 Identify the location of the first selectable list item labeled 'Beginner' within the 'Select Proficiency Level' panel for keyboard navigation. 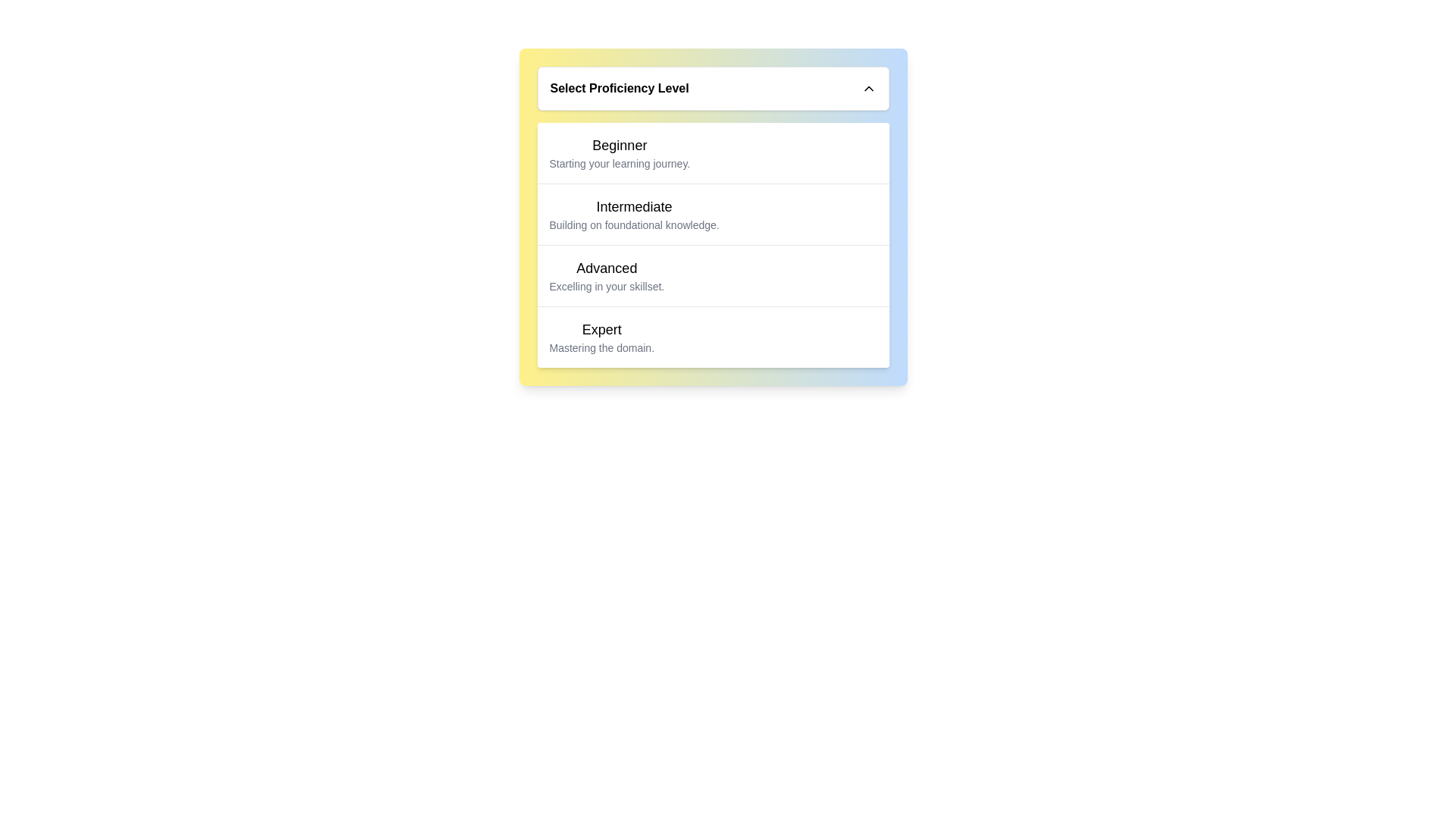
(620, 152).